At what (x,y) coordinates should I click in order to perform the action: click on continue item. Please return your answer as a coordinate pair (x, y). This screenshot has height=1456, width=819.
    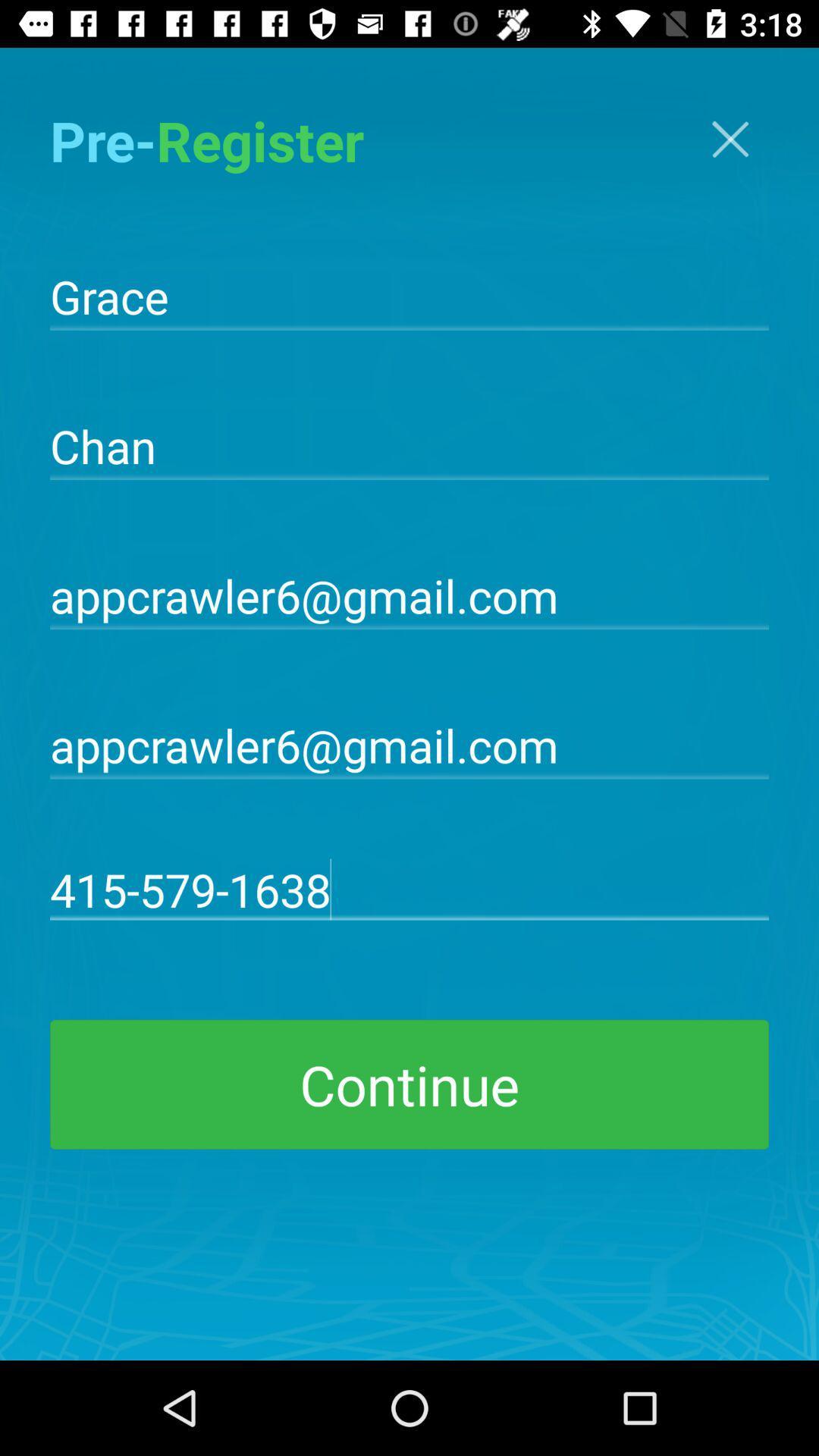
    Looking at the image, I should click on (409, 1084).